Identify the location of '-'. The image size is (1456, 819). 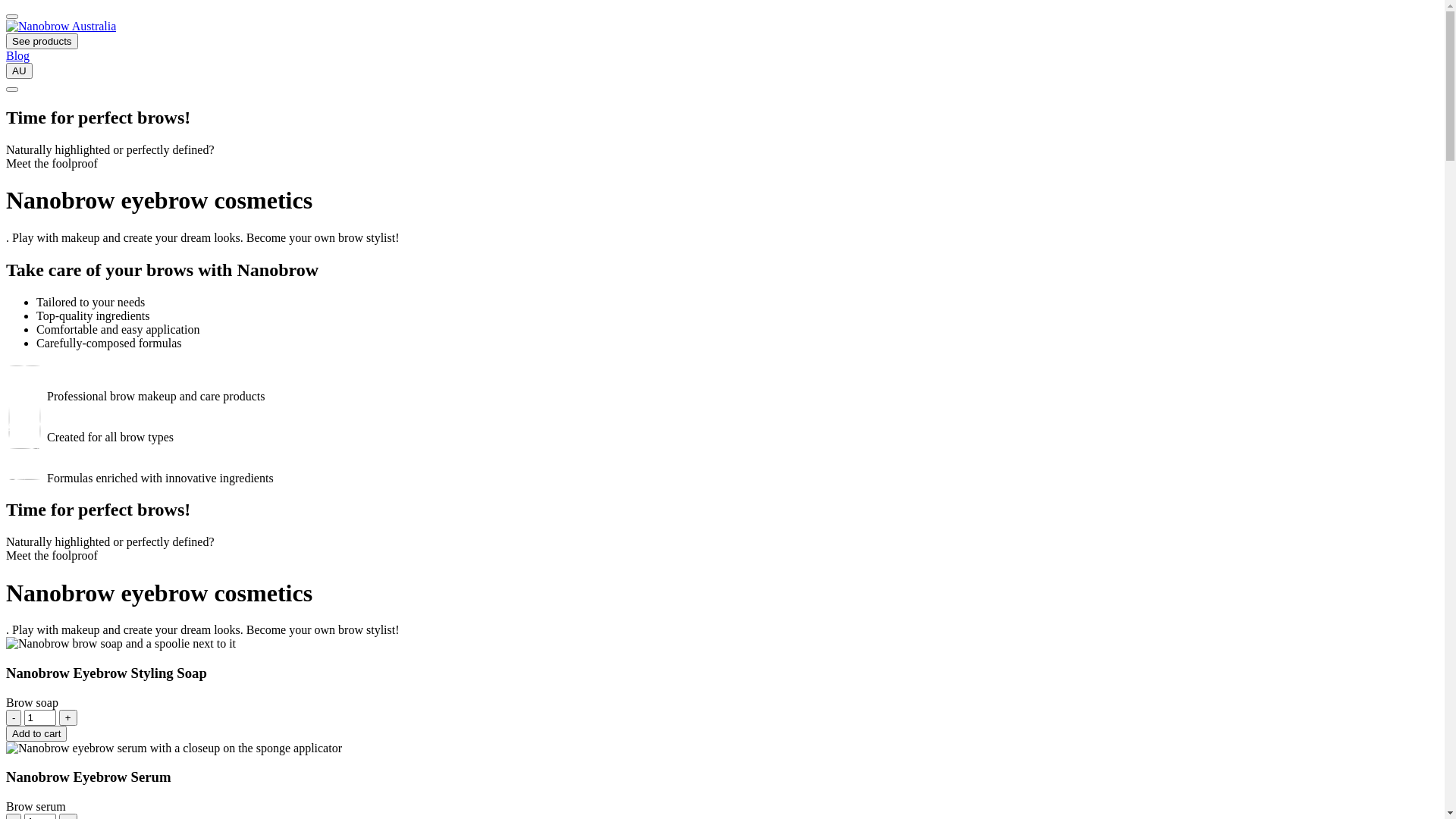
(14, 717).